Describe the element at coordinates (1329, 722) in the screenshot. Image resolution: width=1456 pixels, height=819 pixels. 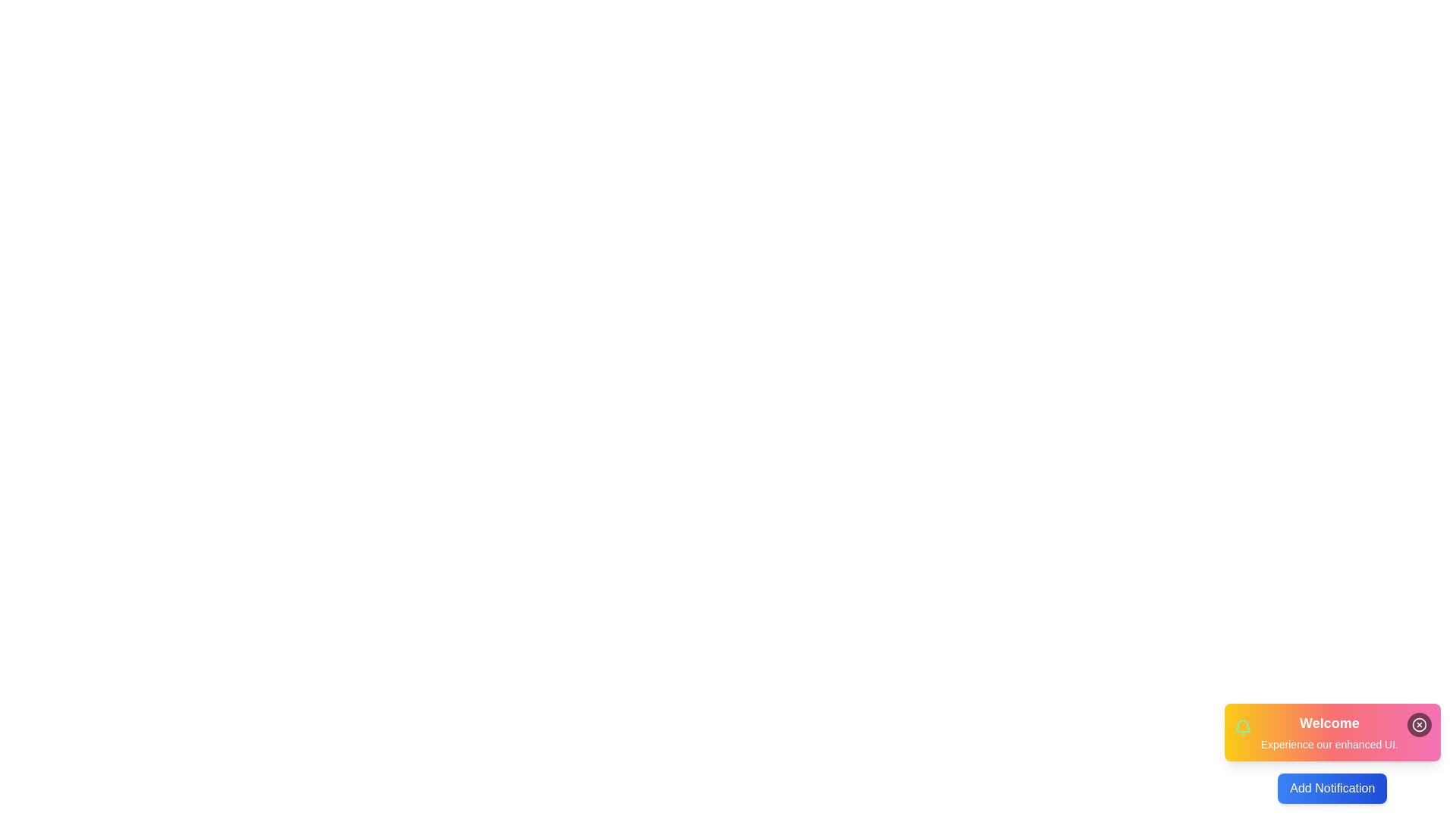
I see `the 'Welcome' text label, which is prominently displayed in large, bold font with a colorful gradient background transitioning from orange to pink` at that location.